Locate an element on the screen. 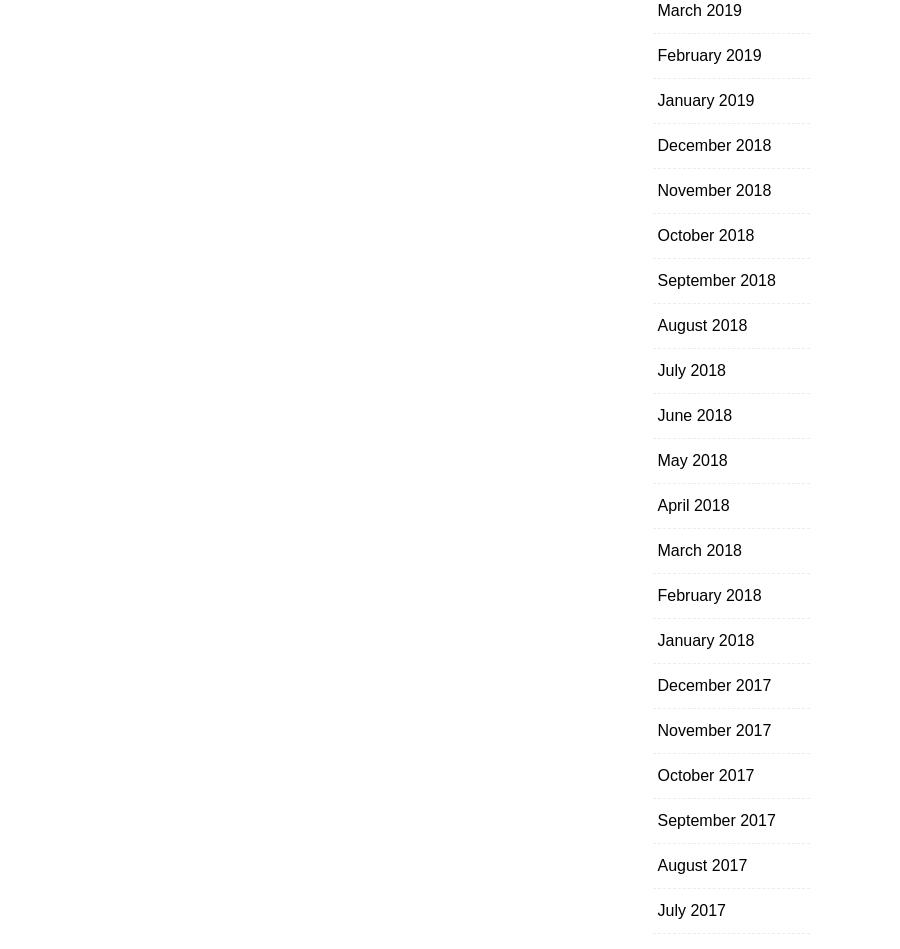 The image size is (900, 949). 'August 2018' is located at coordinates (701, 325).